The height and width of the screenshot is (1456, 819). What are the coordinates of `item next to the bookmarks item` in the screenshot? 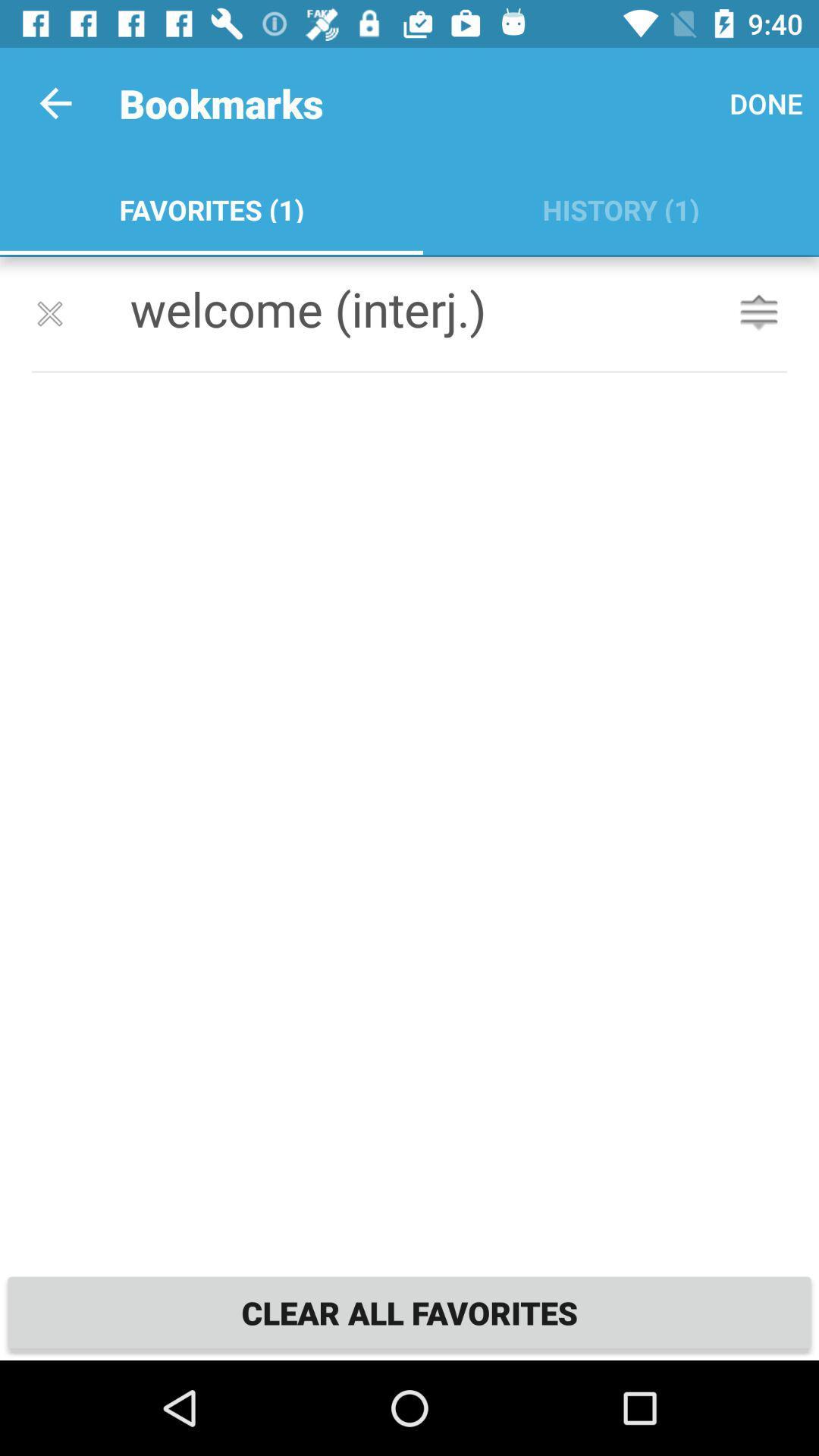 It's located at (55, 102).